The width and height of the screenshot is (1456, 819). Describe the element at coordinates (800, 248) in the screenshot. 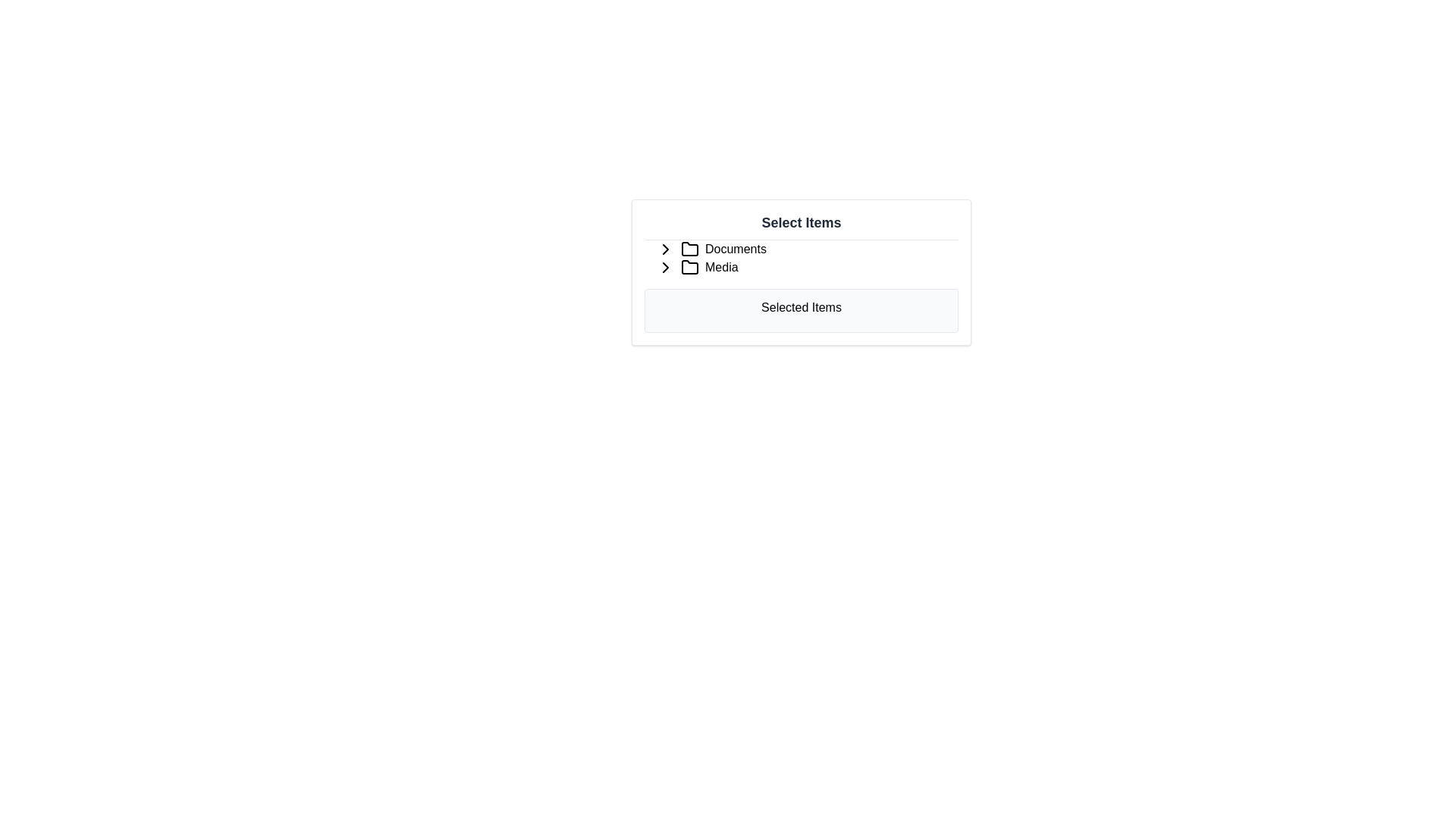

I see `the arrow on the first tree item in the hierarchical structure` at that location.